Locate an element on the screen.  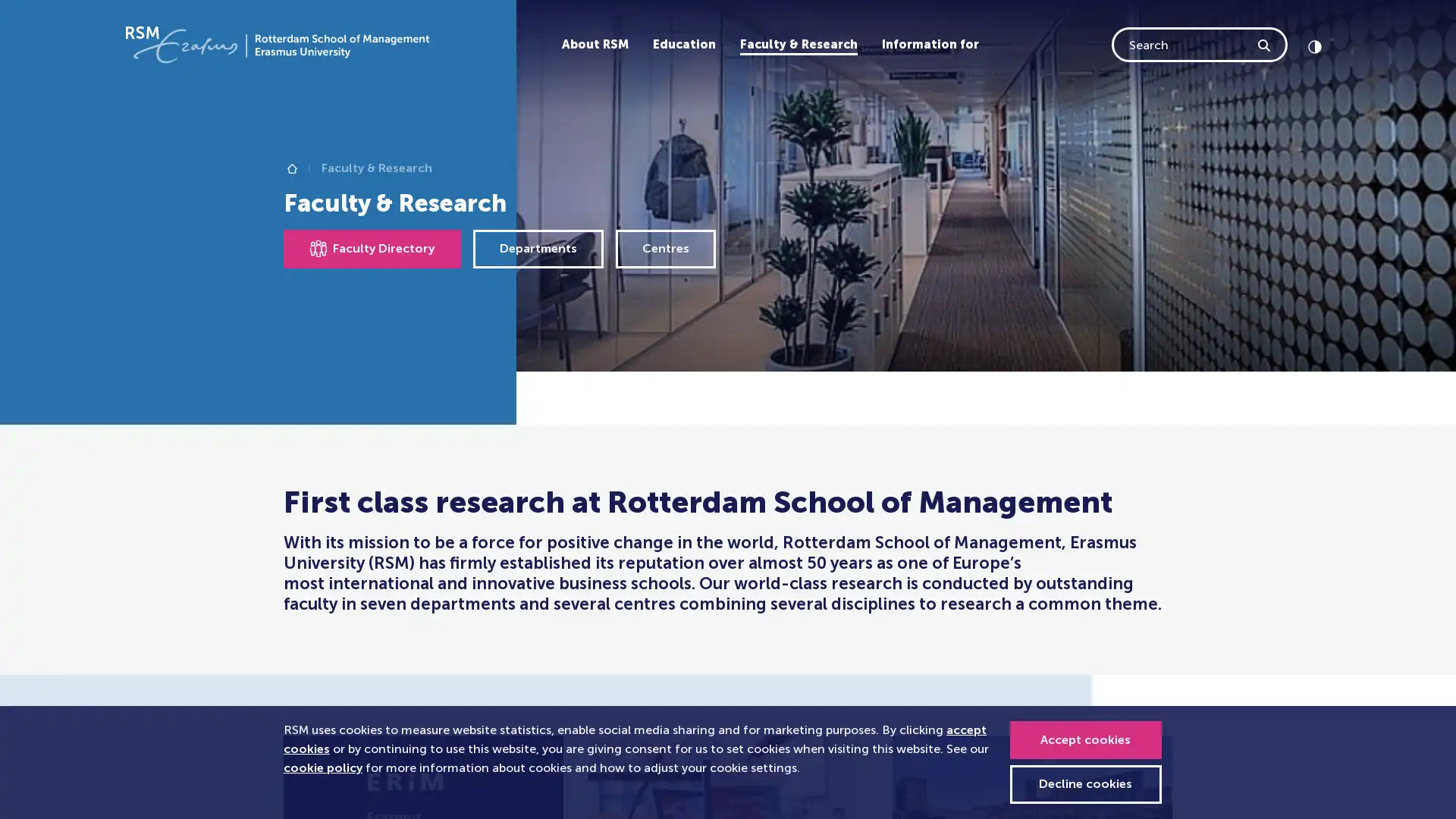
Click to set high contrast Contrast off is located at coordinates (1313, 43).